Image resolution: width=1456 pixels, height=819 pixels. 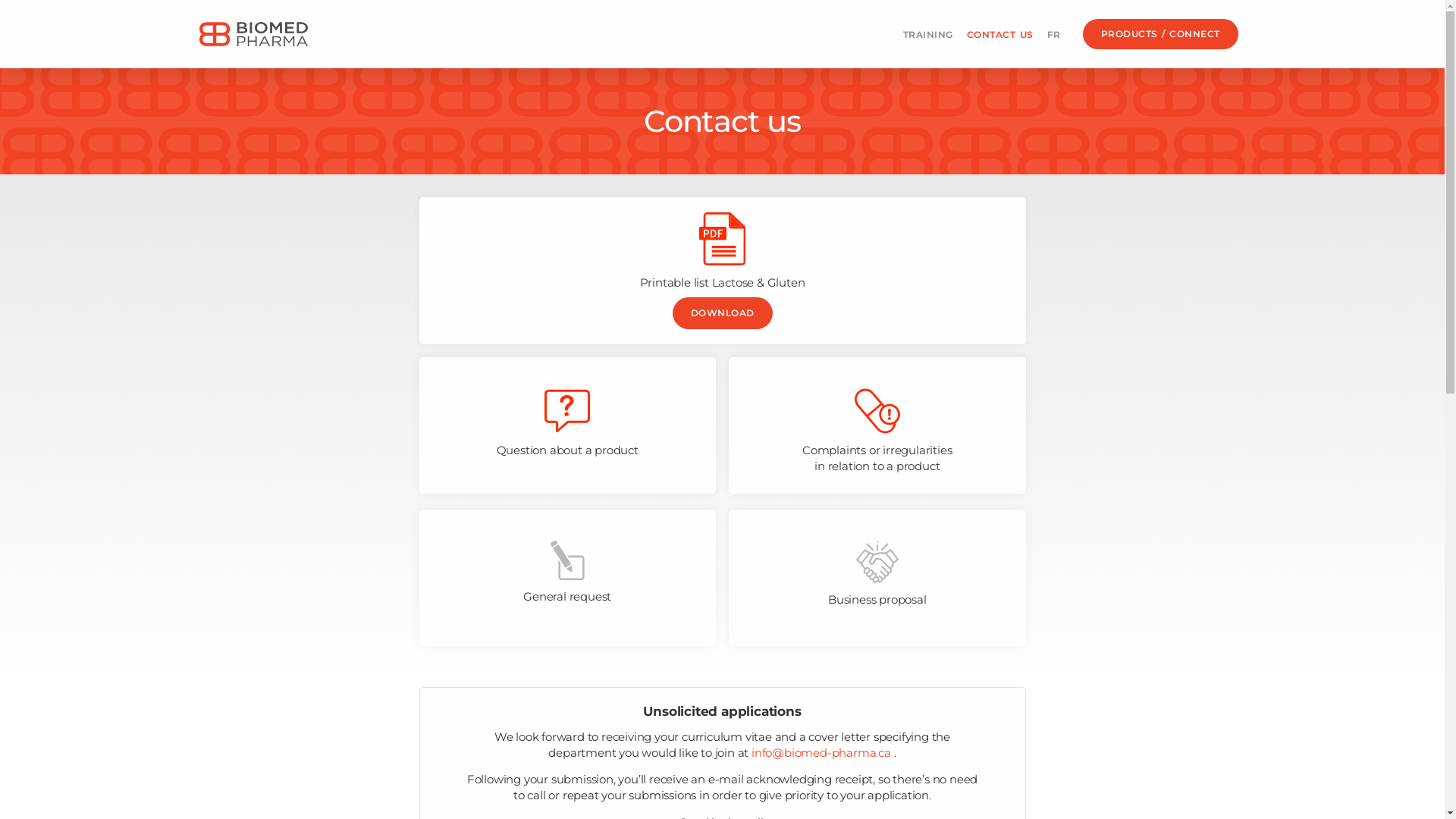 What do you see at coordinates (1053, 34) in the screenshot?
I see `'FR'` at bounding box center [1053, 34].